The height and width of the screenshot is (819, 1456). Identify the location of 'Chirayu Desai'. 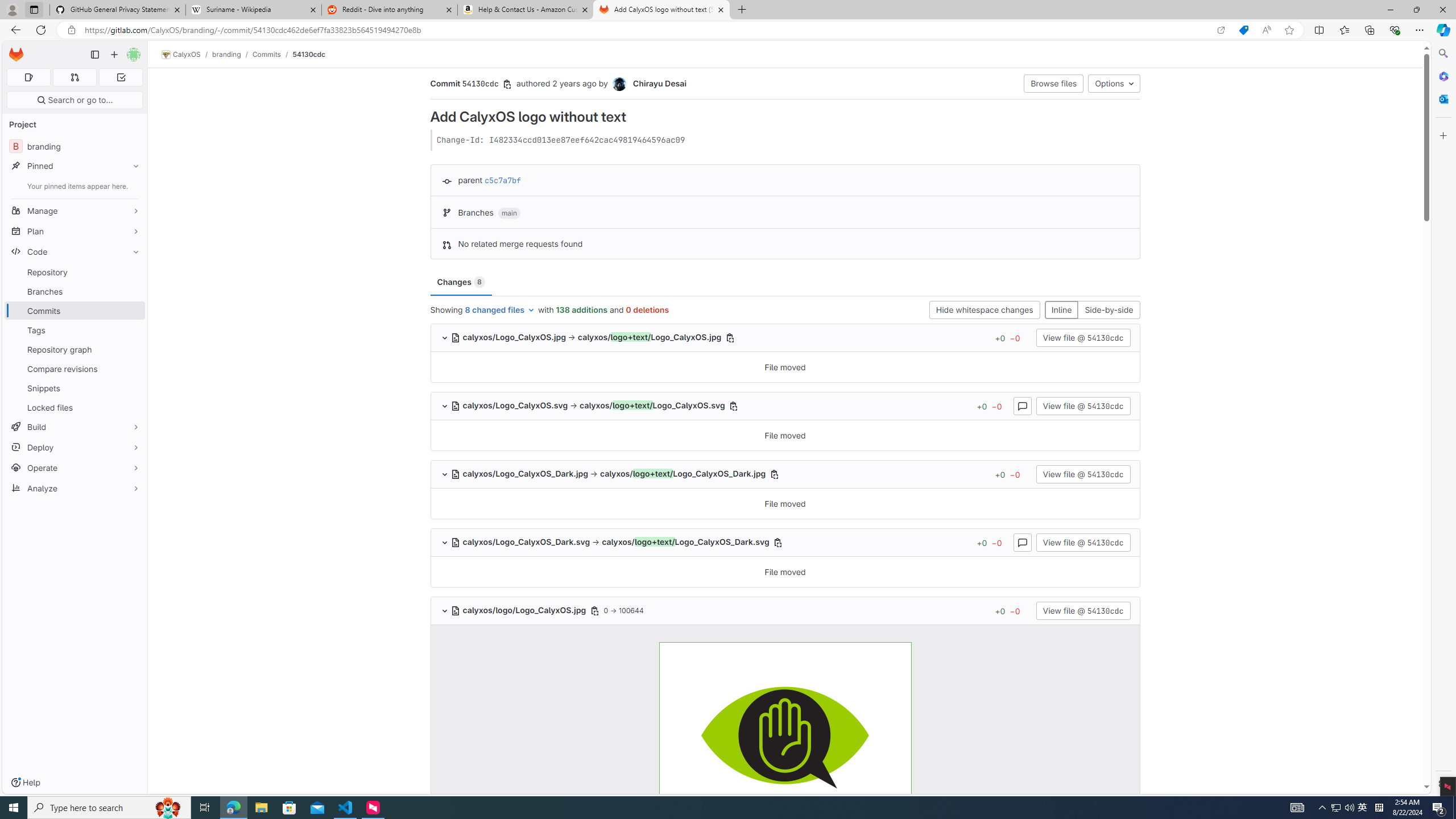
(619, 84).